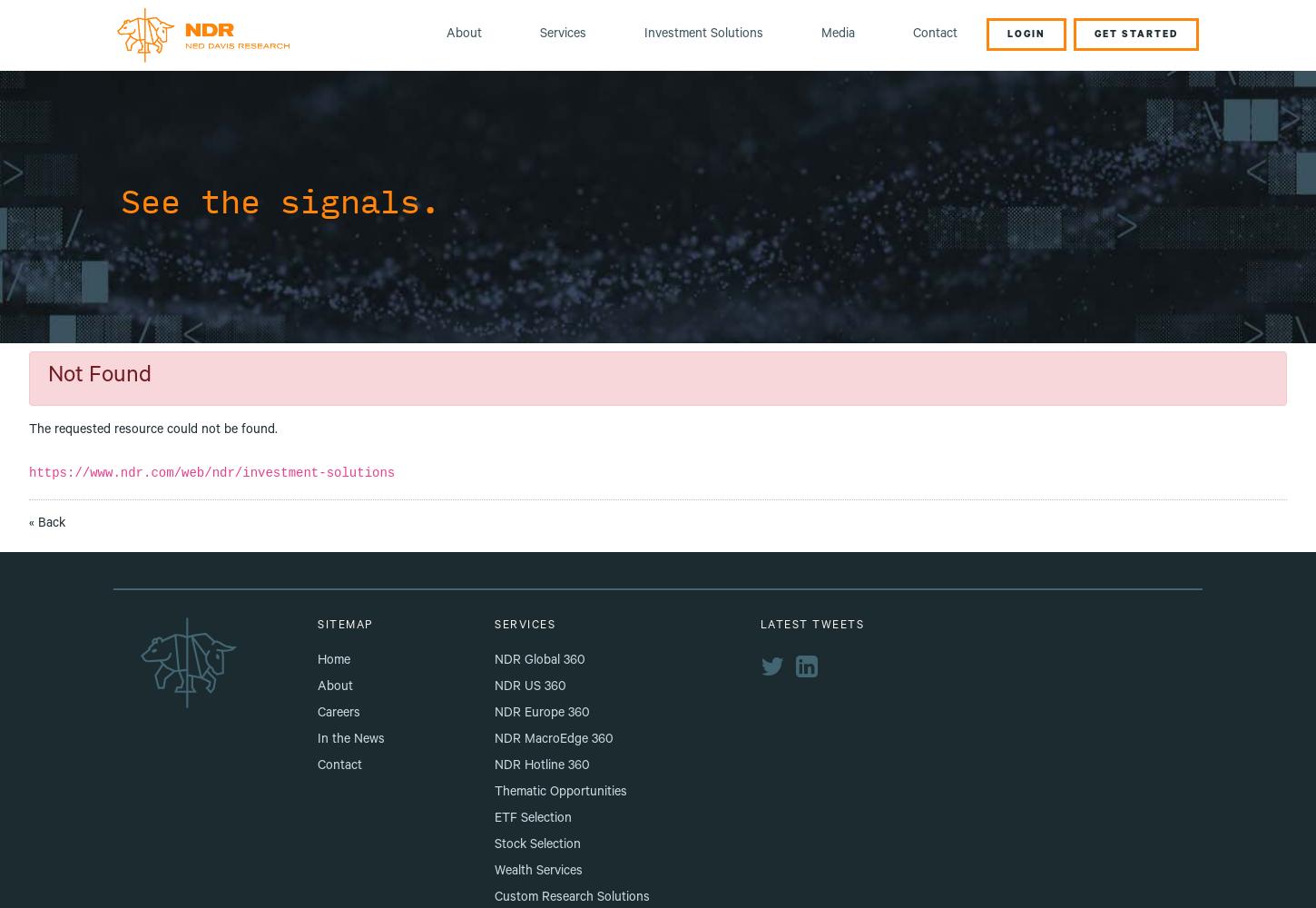 The width and height of the screenshot is (1316, 908). I want to click on 'SITEMAP', so click(344, 625).